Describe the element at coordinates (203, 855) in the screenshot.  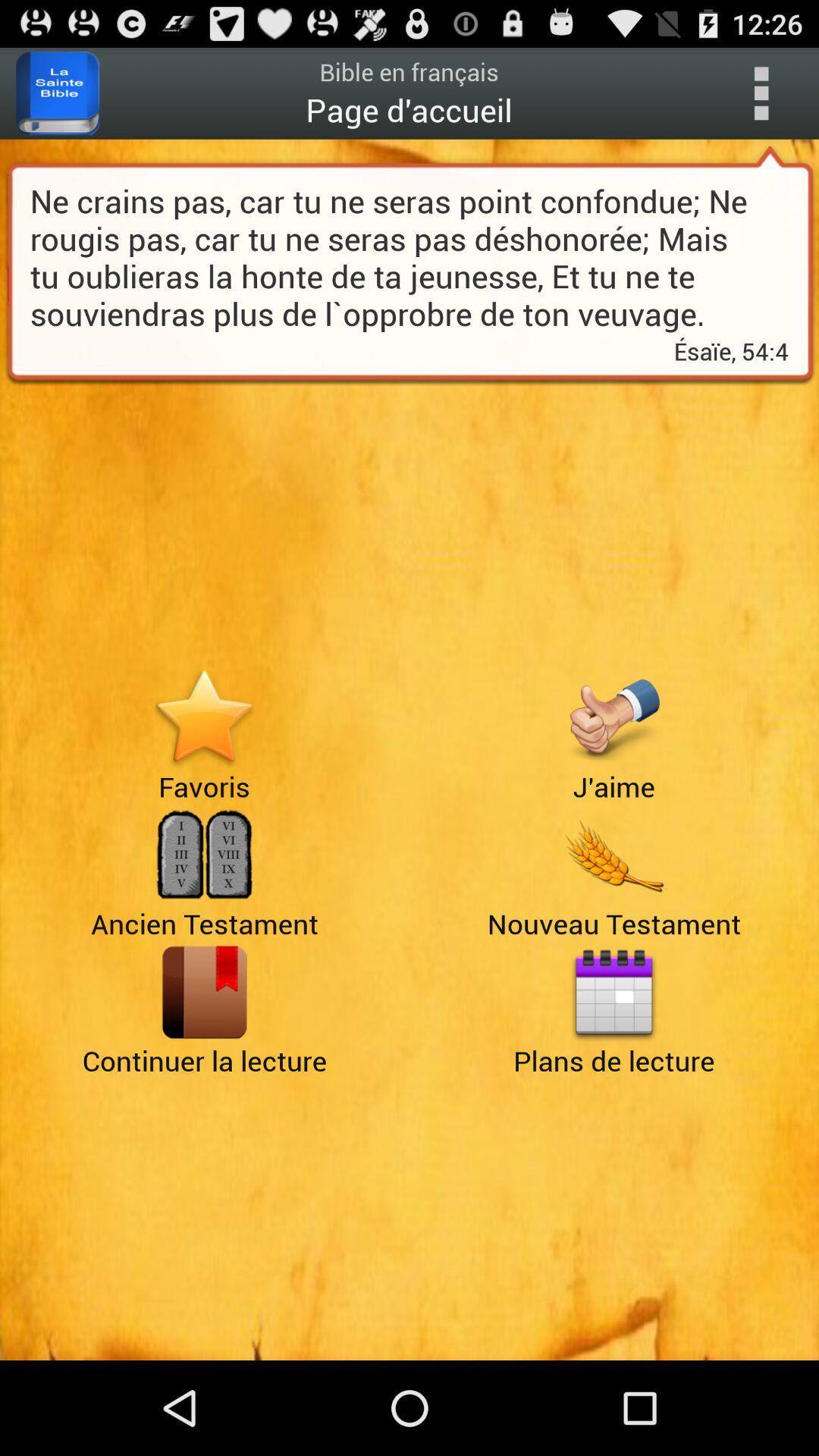
I see `ancien testament` at that location.